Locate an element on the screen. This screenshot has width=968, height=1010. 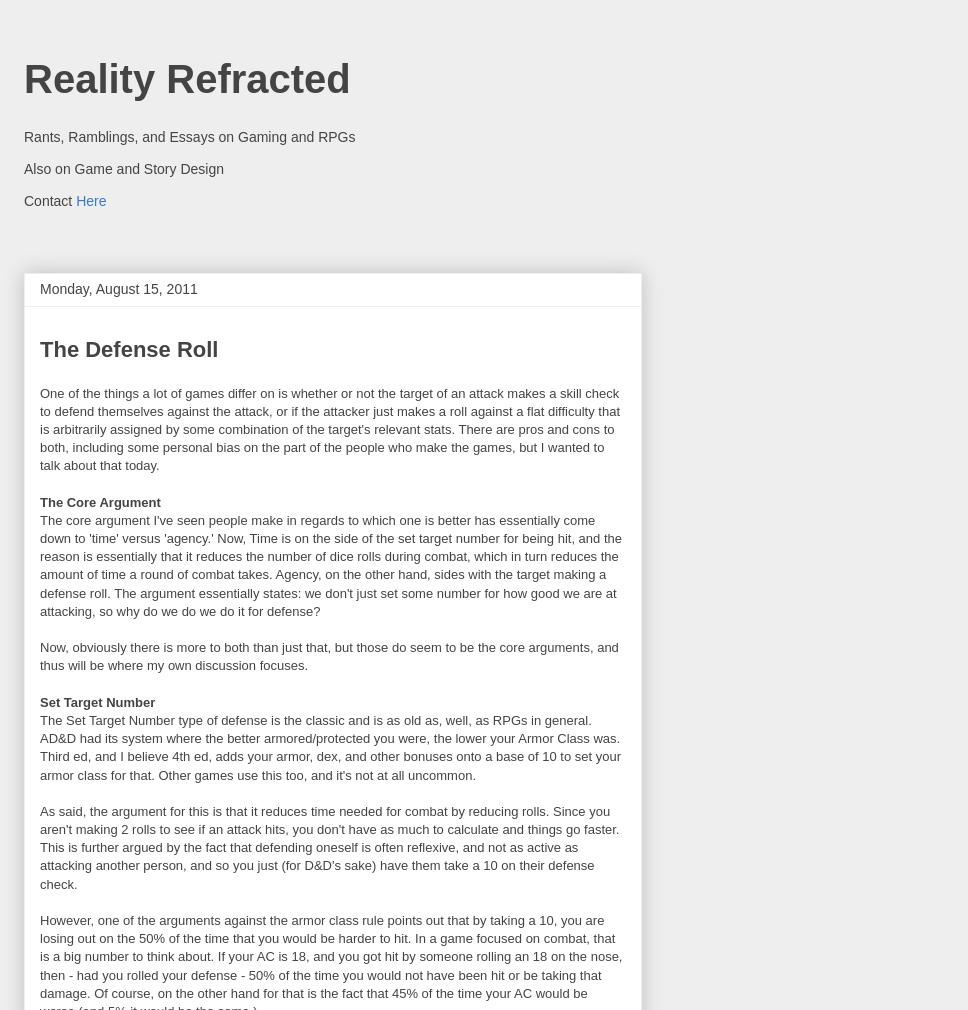
'The Set Target Number type of defense is the classic and is as old as, well, as RPGs in general. AD&D had its system where the better armored/protected you were, the lower your Armor Class was. Third ed, and I believe 4th ed, adds your armor, dex, and other bonuses onto a base of 10 to set your armor class for that. Other games use this too, and it's not at all uncommon.' is located at coordinates (330, 745).